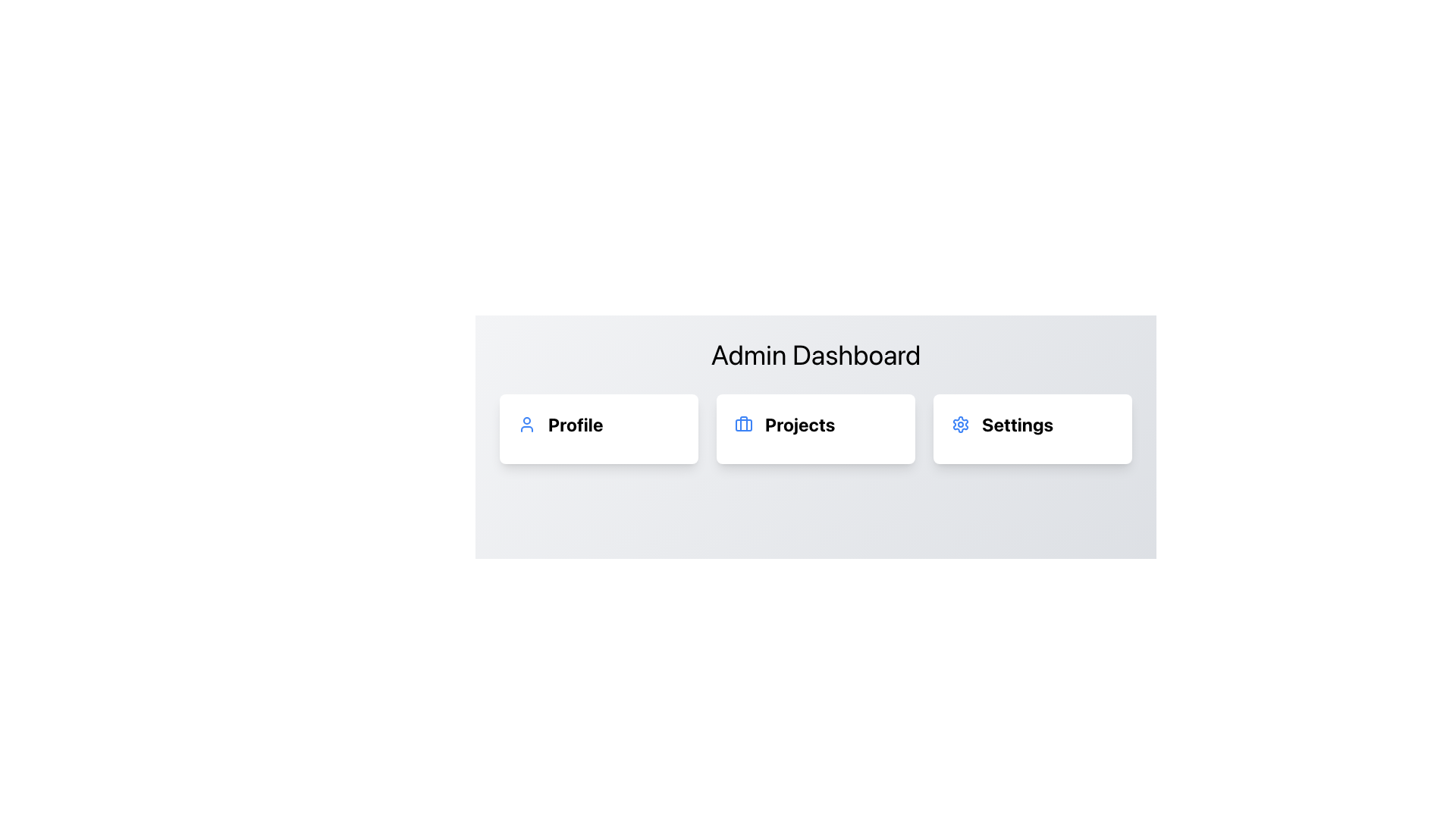  I want to click on the 'Settings' text with gear icon element, so click(1032, 424).